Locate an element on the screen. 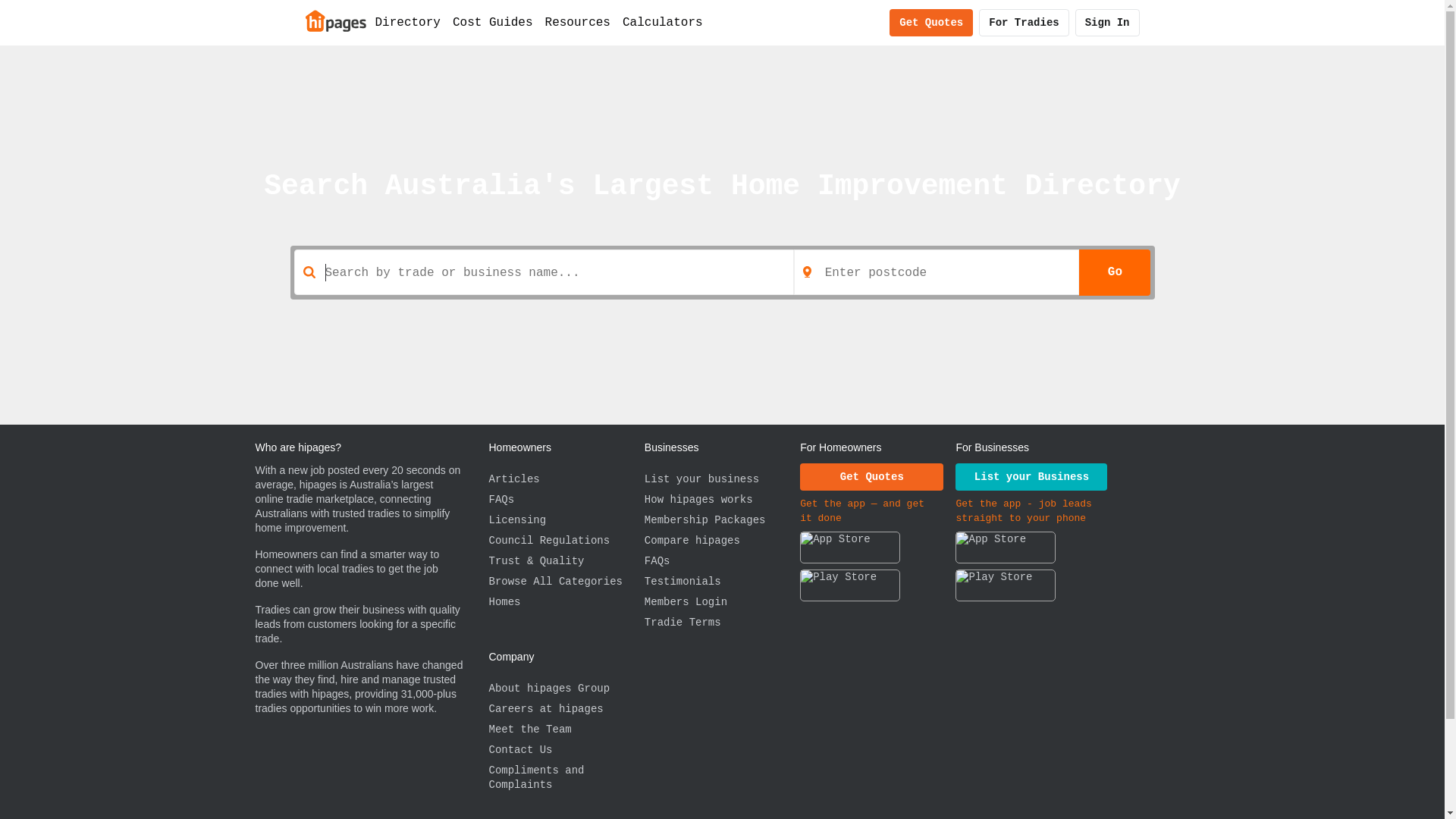 This screenshot has width=1456, height=819. 'Resources' is located at coordinates (577, 23).